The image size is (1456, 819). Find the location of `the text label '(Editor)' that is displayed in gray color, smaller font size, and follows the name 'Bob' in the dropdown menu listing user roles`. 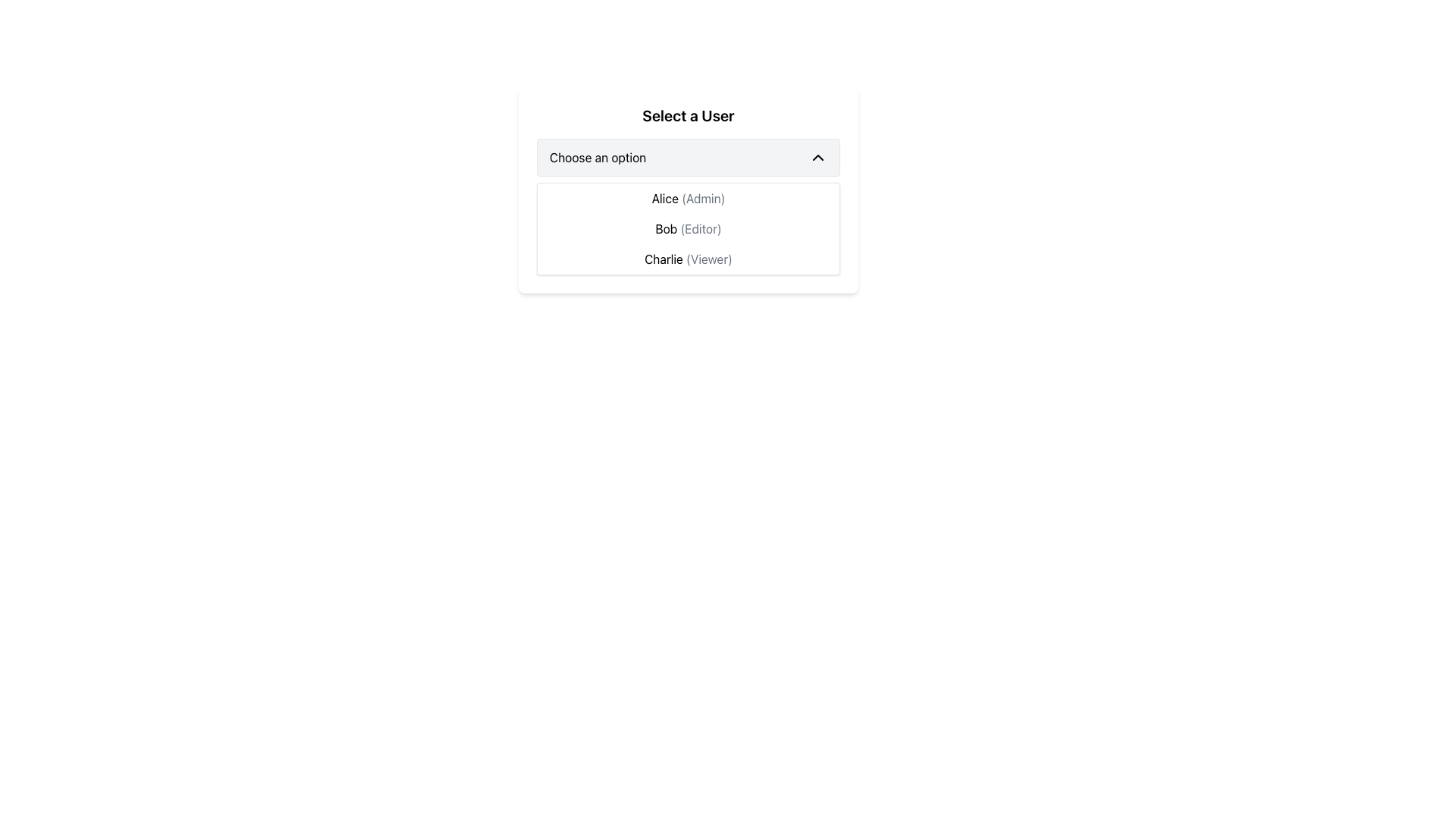

the text label '(Editor)' that is displayed in gray color, smaller font size, and follows the name 'Bob' in the dropdown menu listing user roles is located at coordinates (700, 228).